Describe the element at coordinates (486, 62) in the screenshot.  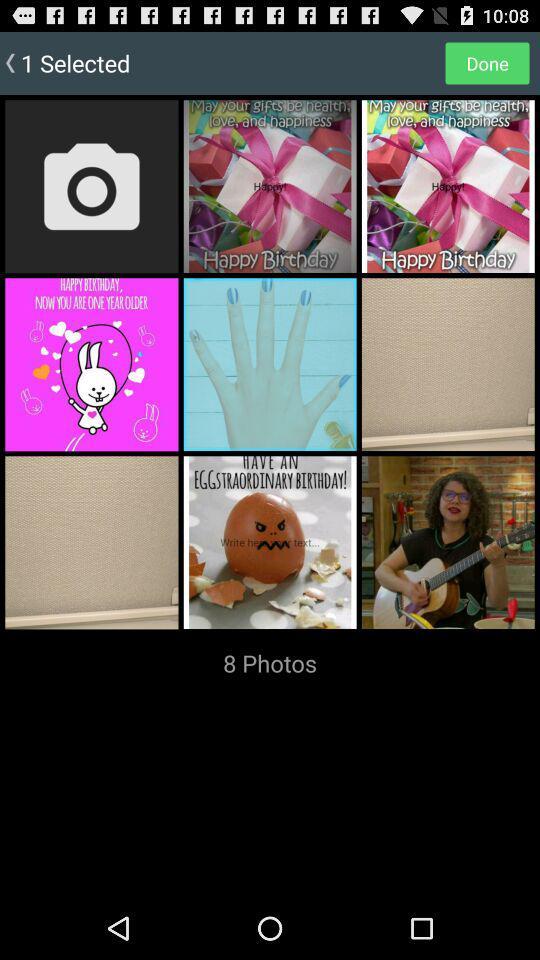
I see `done button` at that location.